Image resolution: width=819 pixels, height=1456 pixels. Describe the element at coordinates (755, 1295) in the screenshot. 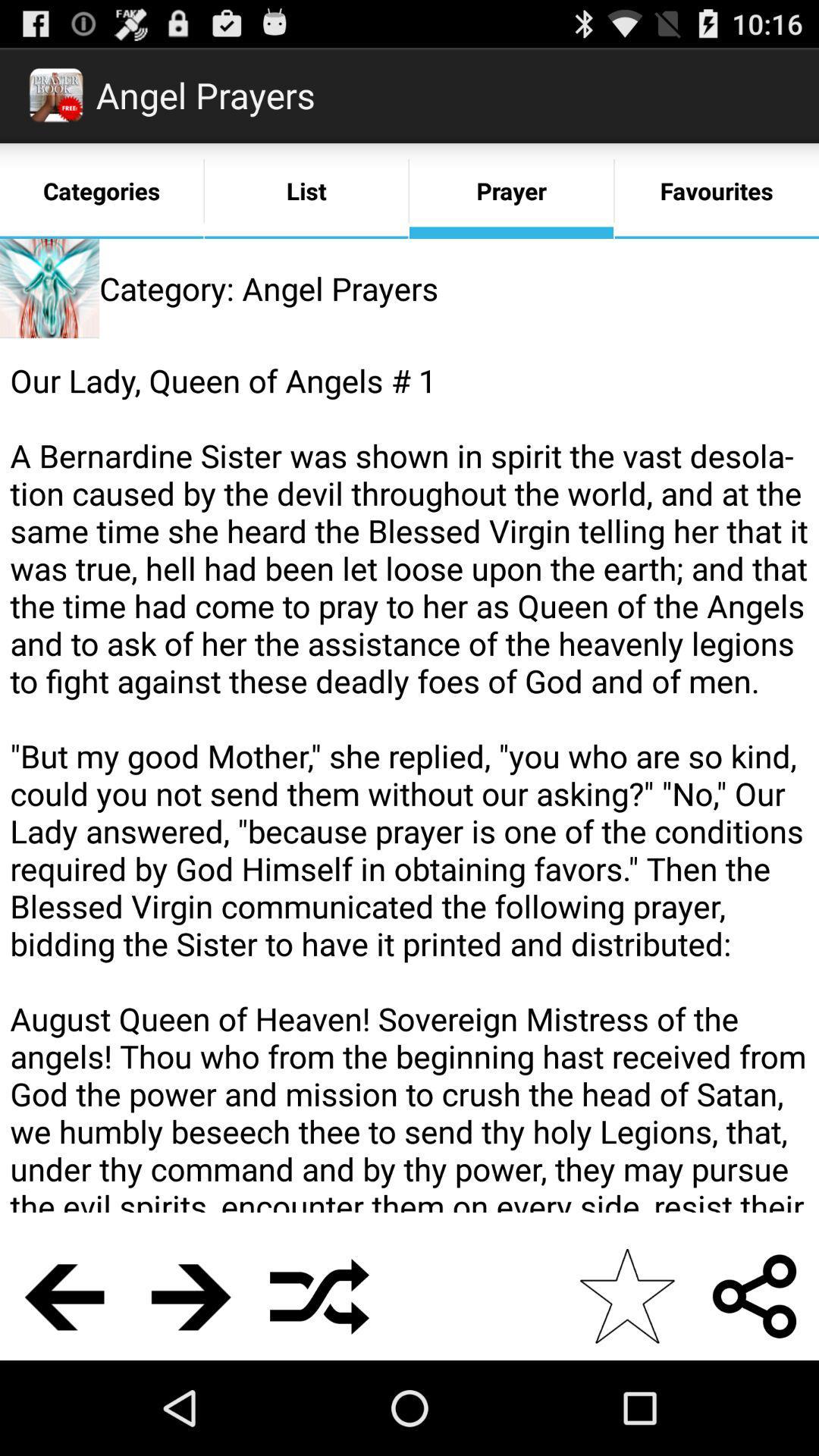

I see `the item below our lady queen` at that location.